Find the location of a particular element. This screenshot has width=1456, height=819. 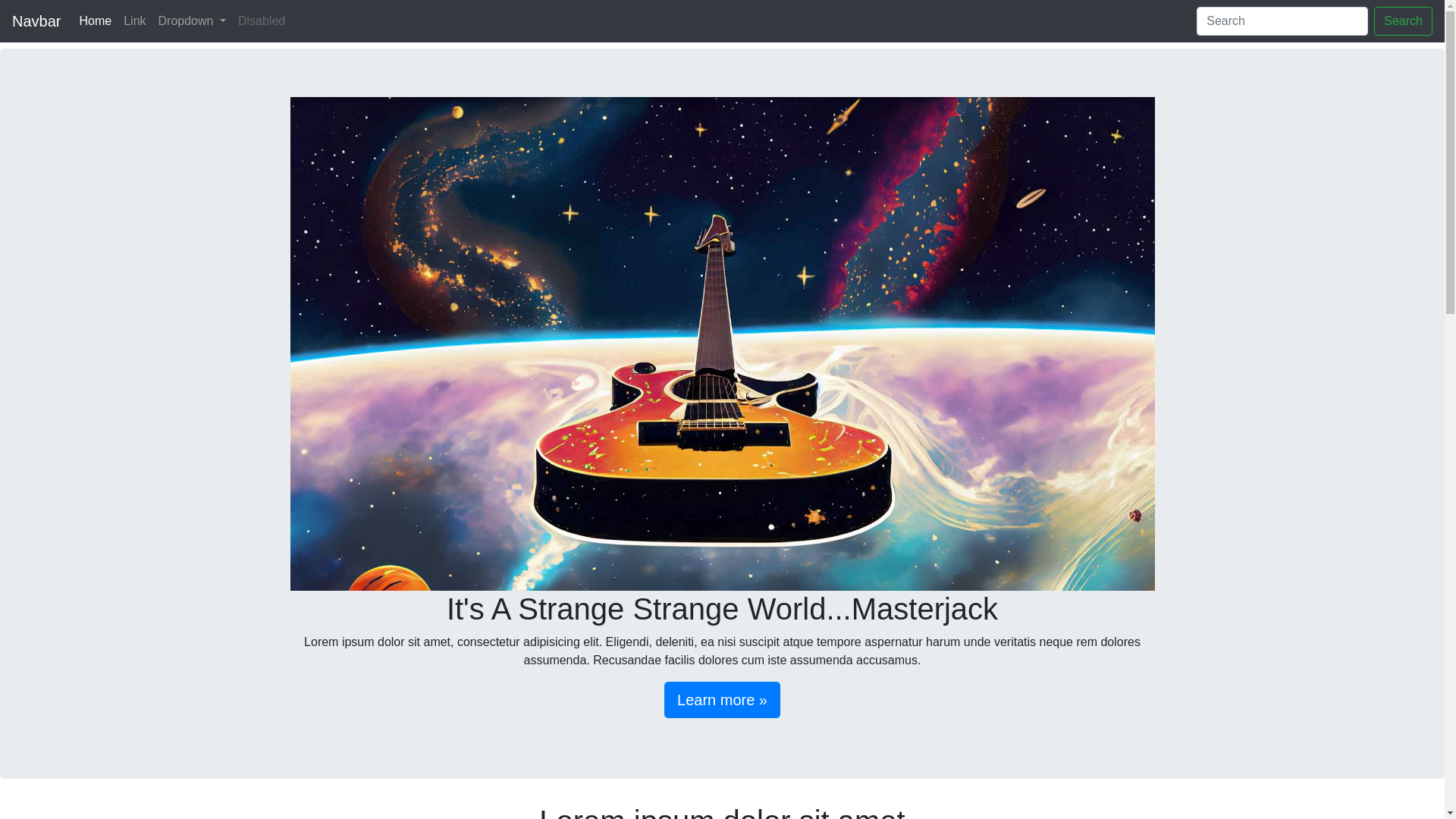

'Link' is located at coordinates (134, 20).